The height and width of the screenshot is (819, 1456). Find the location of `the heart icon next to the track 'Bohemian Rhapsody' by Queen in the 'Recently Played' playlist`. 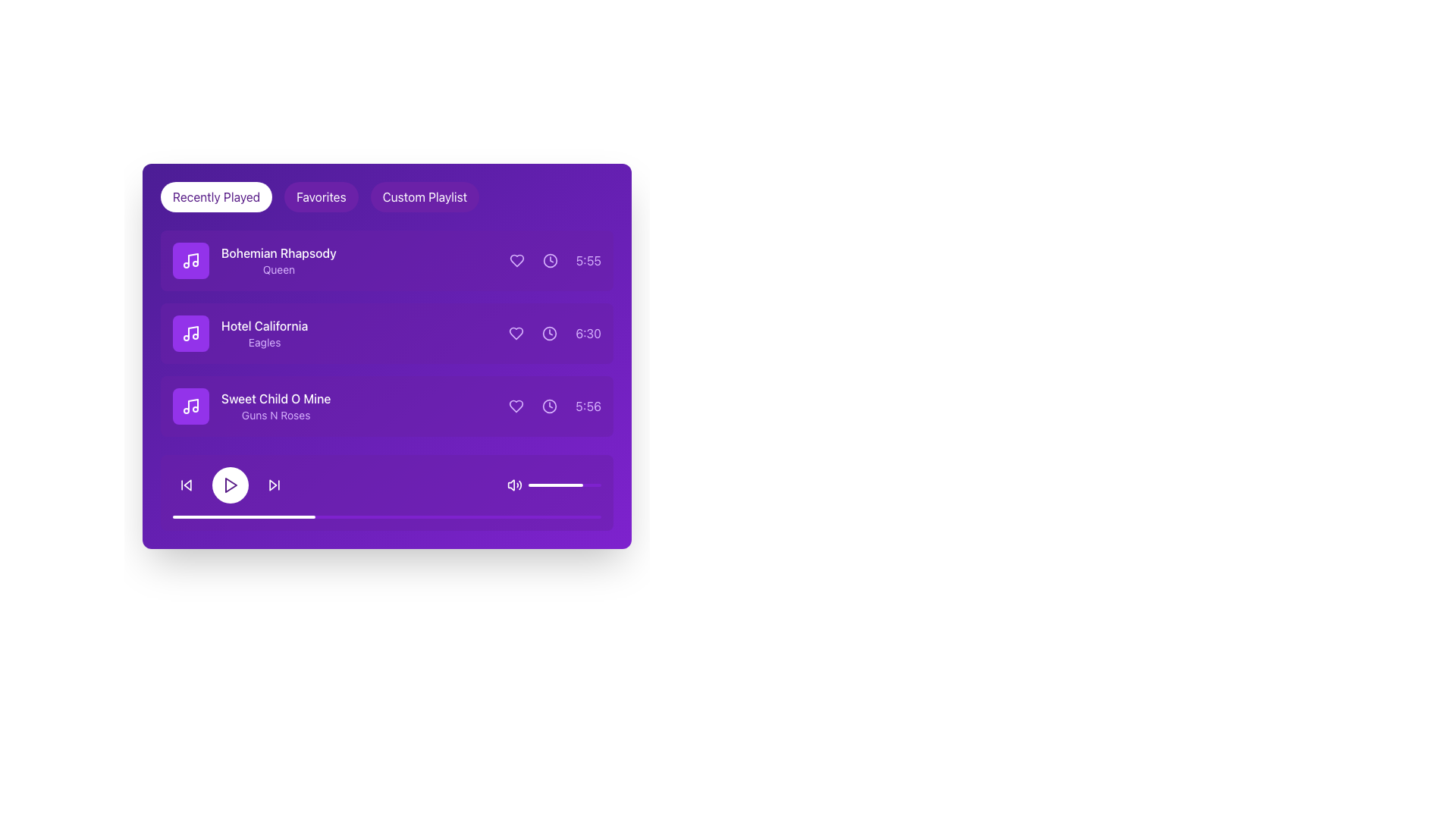

the heart icon next to the track 'Bohemian Rhapsody' by Queen in the 'Recently Played' playlist is located at coordinates (516, 259).